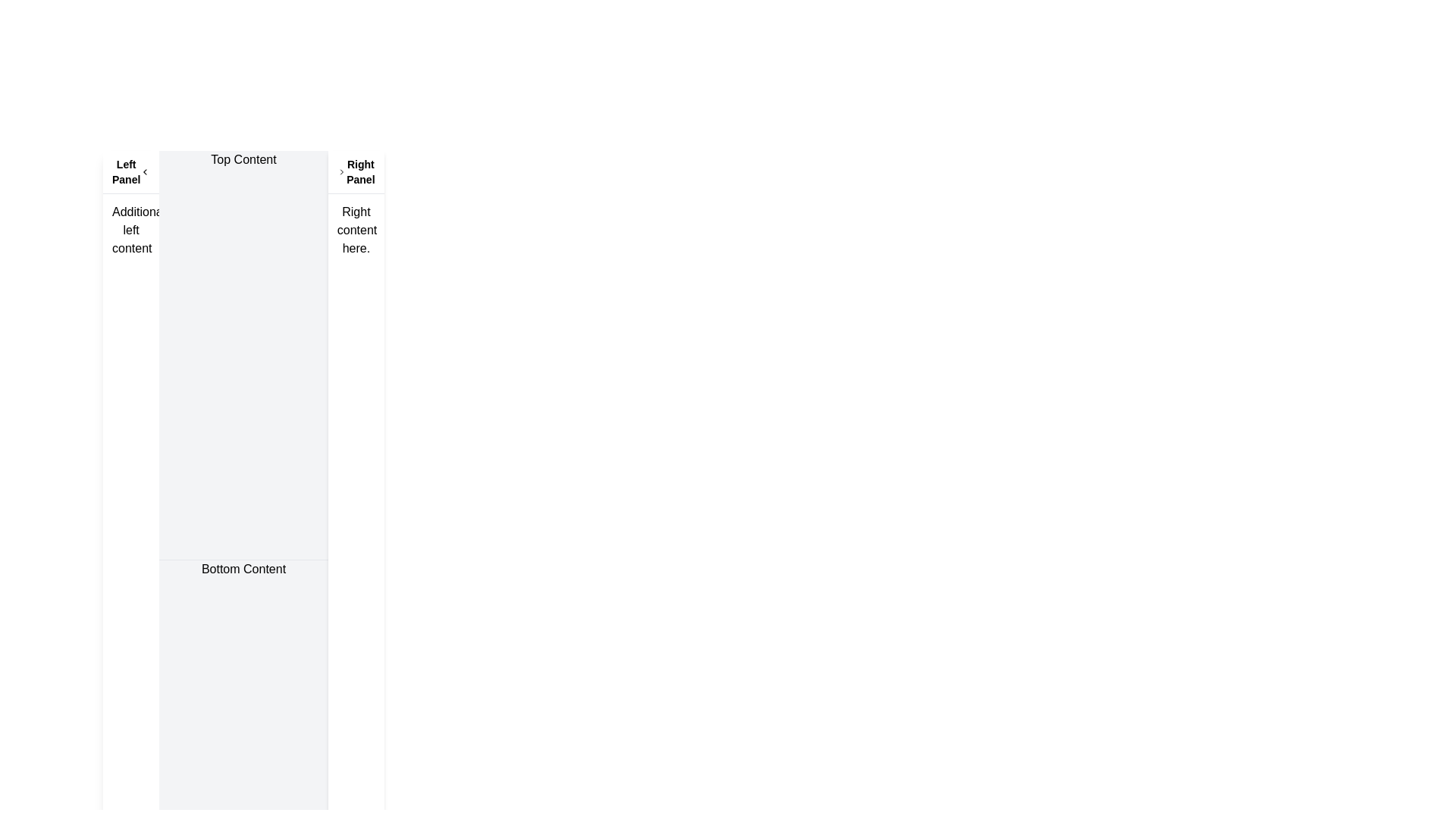 The image size is (1456, 819). I want to click on to select the text block displaying 'Right content here.' located in the 'Right Panel' below the header text, so click(355, 231).